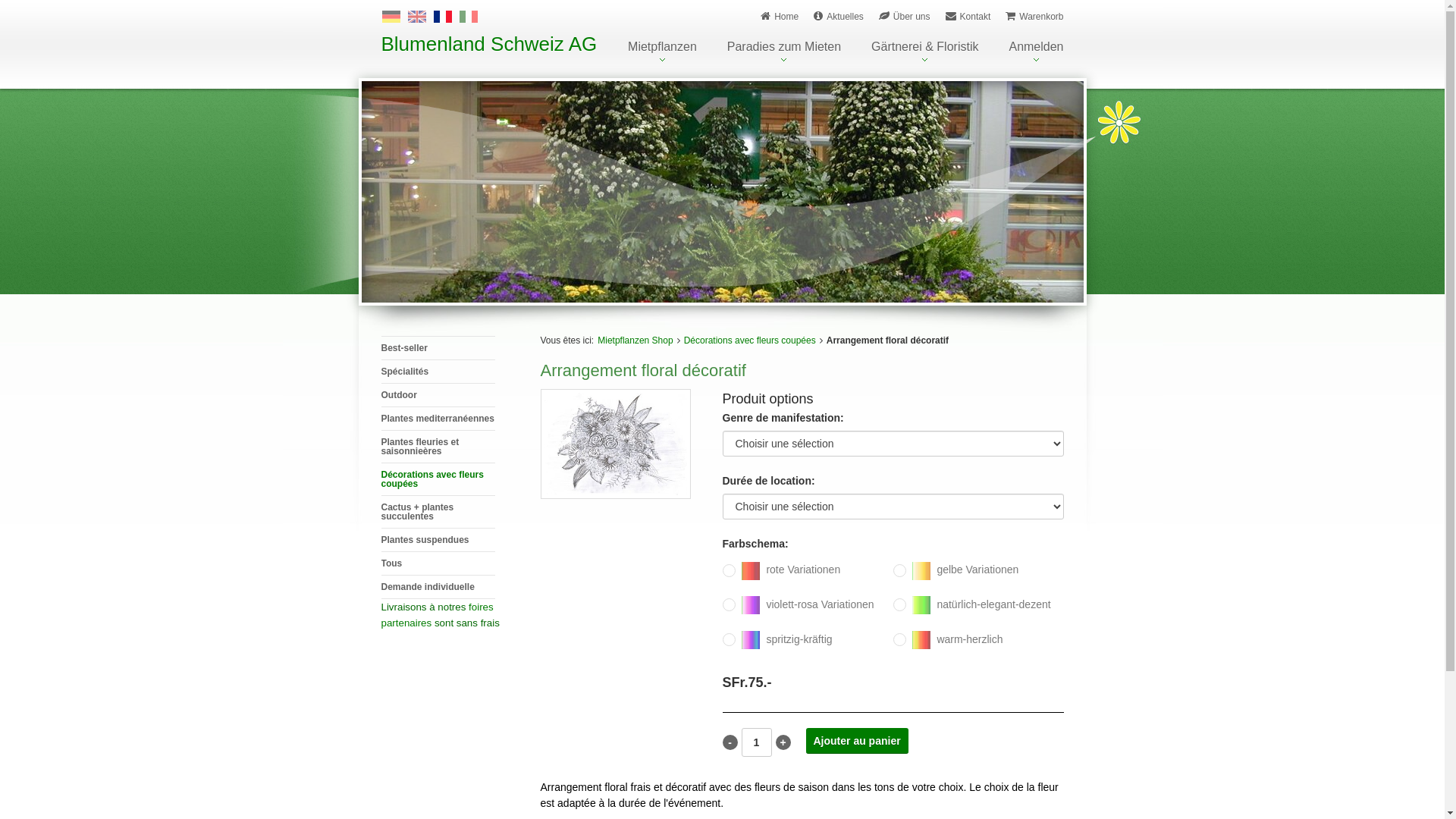 This screenshot has width=1456, height=819. What do you see at coordinates (436, 614) in the screenshot?
I see `'foires partenaires'` at bounding box center [436, 614].